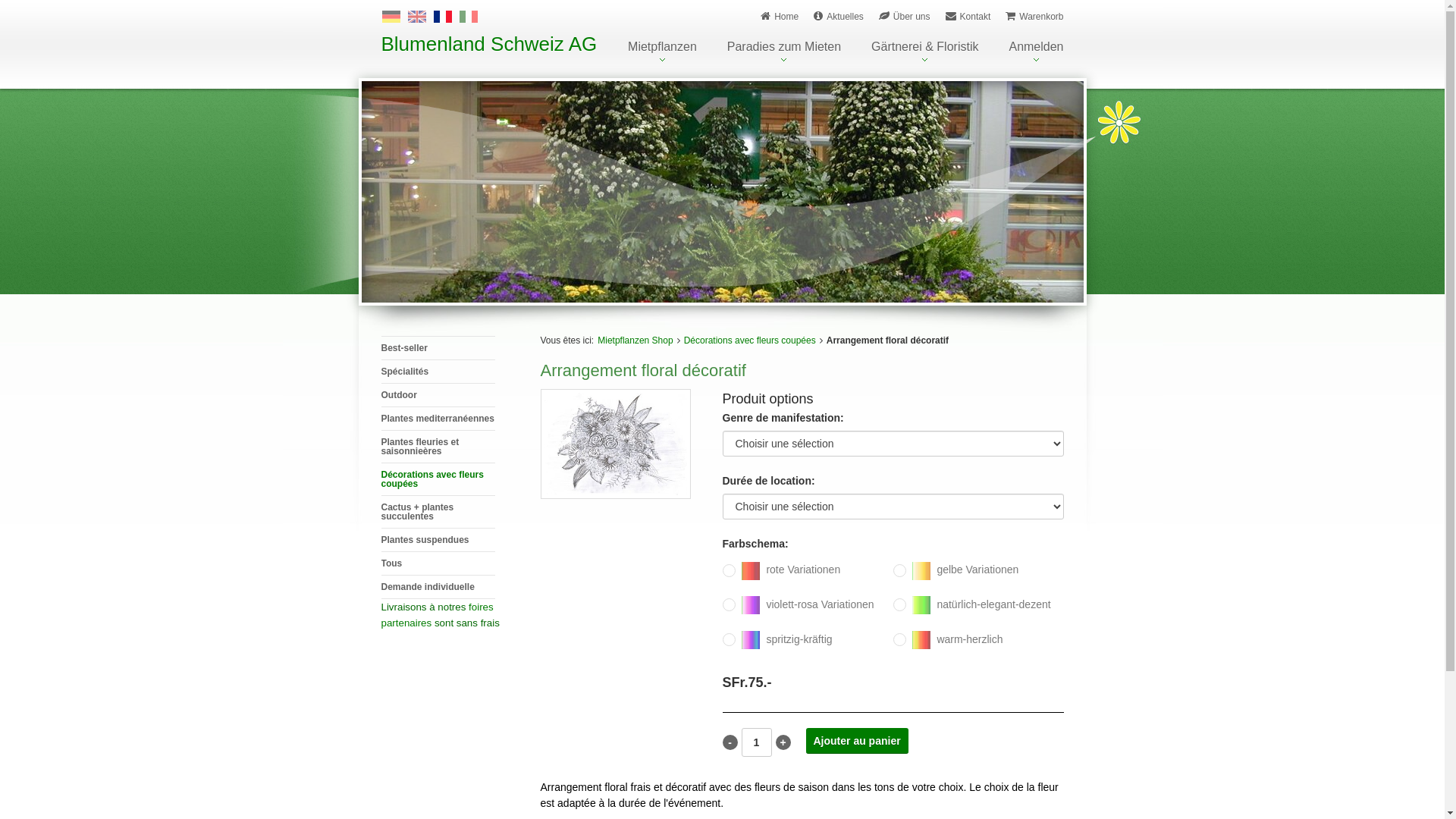 This screenshot has width=1456, height=819. What do you see at coordinates (436, 614) in the screenshot?
I see `'foires partenaires'` at bounding box center [436, 614].